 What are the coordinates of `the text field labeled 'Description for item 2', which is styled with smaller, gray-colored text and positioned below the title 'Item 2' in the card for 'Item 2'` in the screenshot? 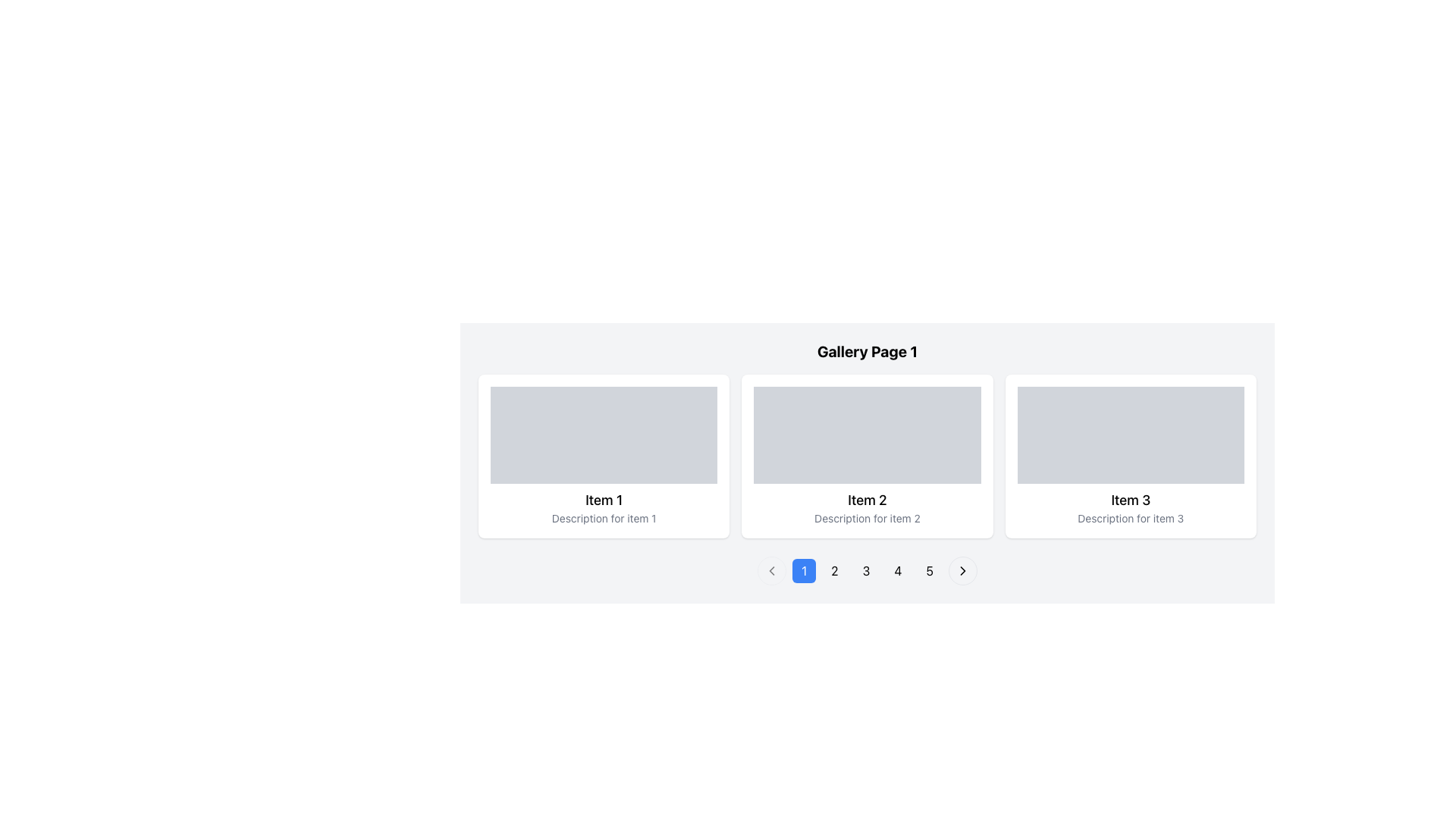 It's located at (867, 517).